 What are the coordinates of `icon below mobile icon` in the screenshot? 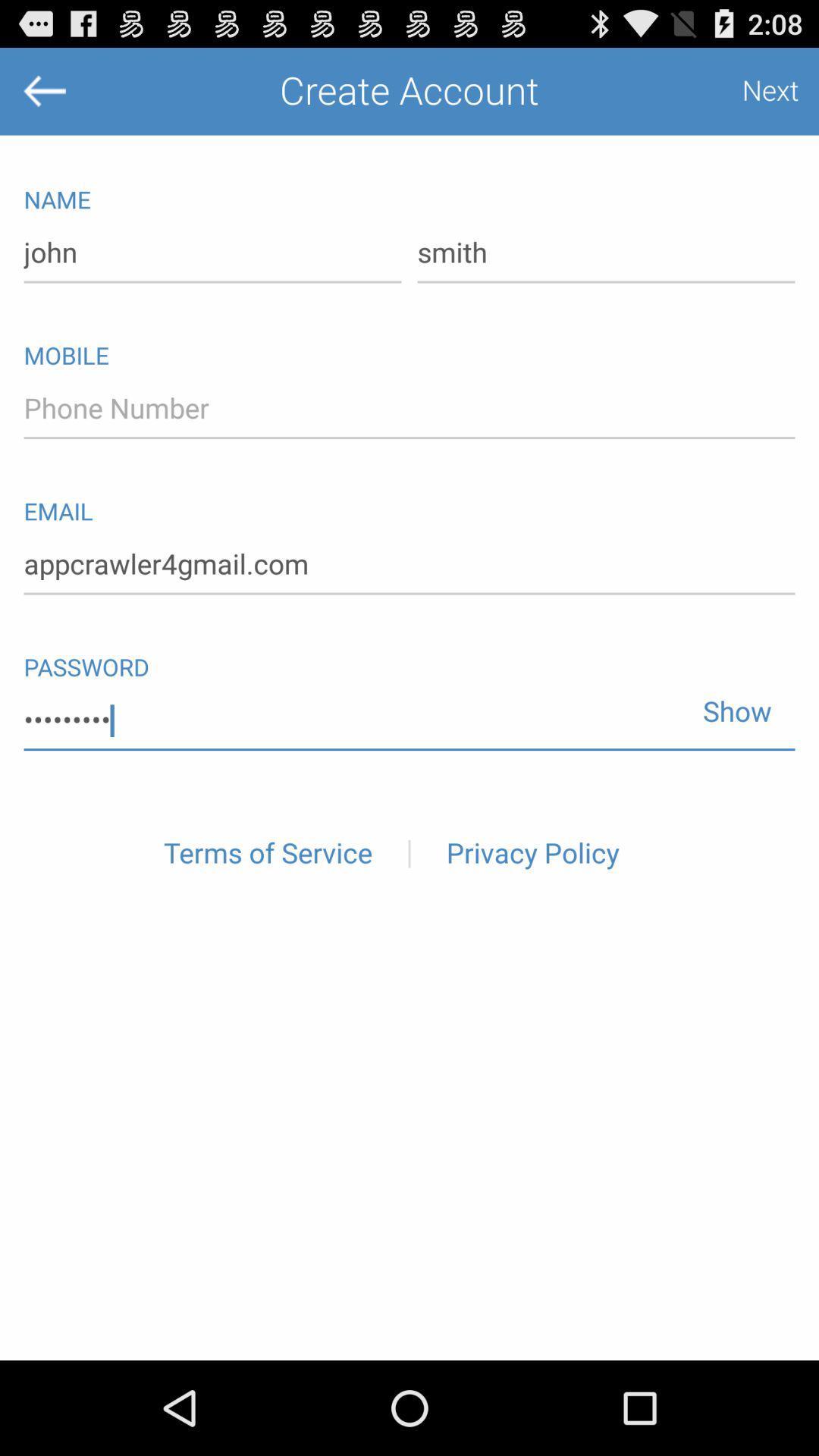 It's located at (409, 409).